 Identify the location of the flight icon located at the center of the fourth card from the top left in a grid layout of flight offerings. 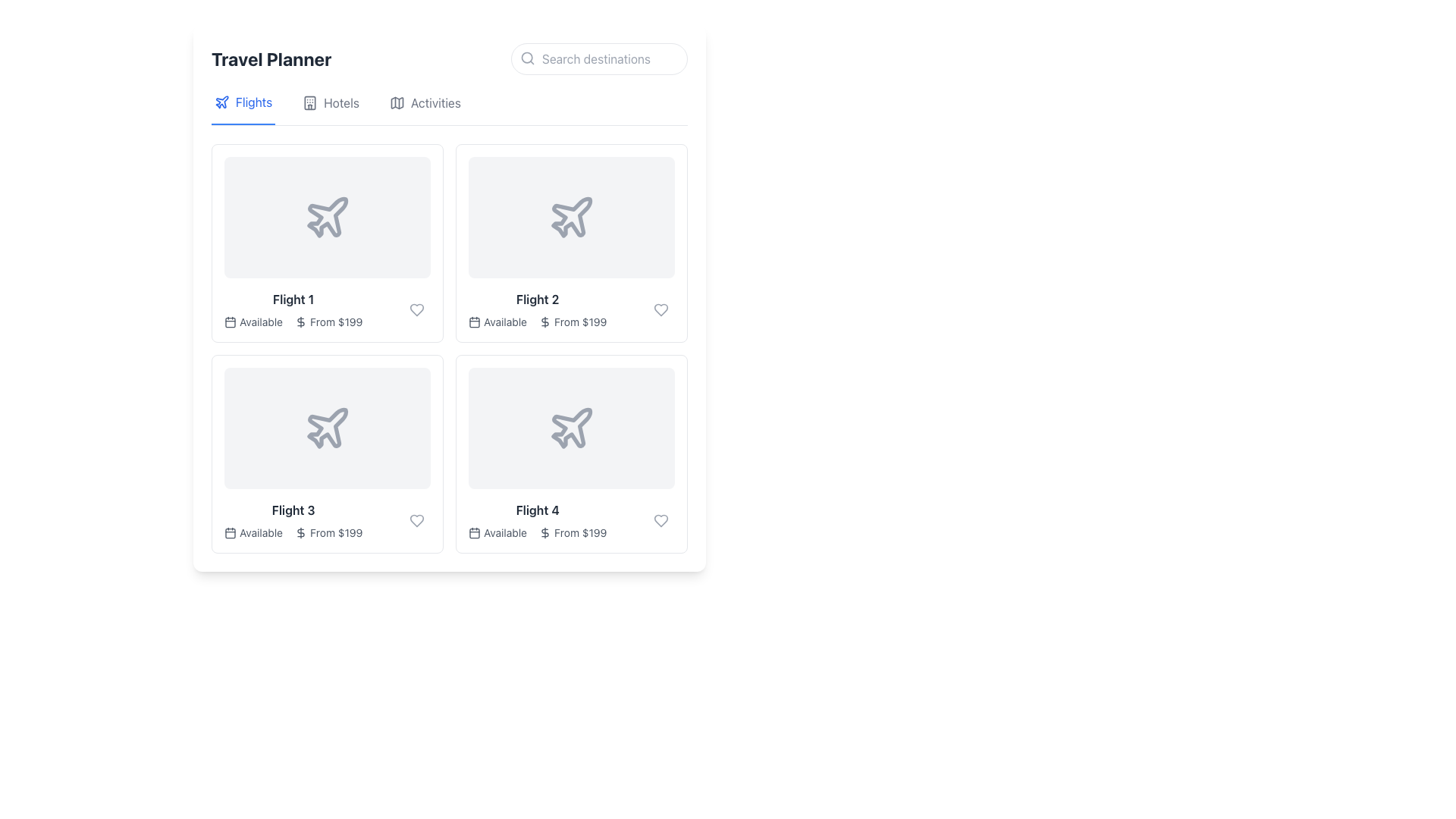
(570, 428).